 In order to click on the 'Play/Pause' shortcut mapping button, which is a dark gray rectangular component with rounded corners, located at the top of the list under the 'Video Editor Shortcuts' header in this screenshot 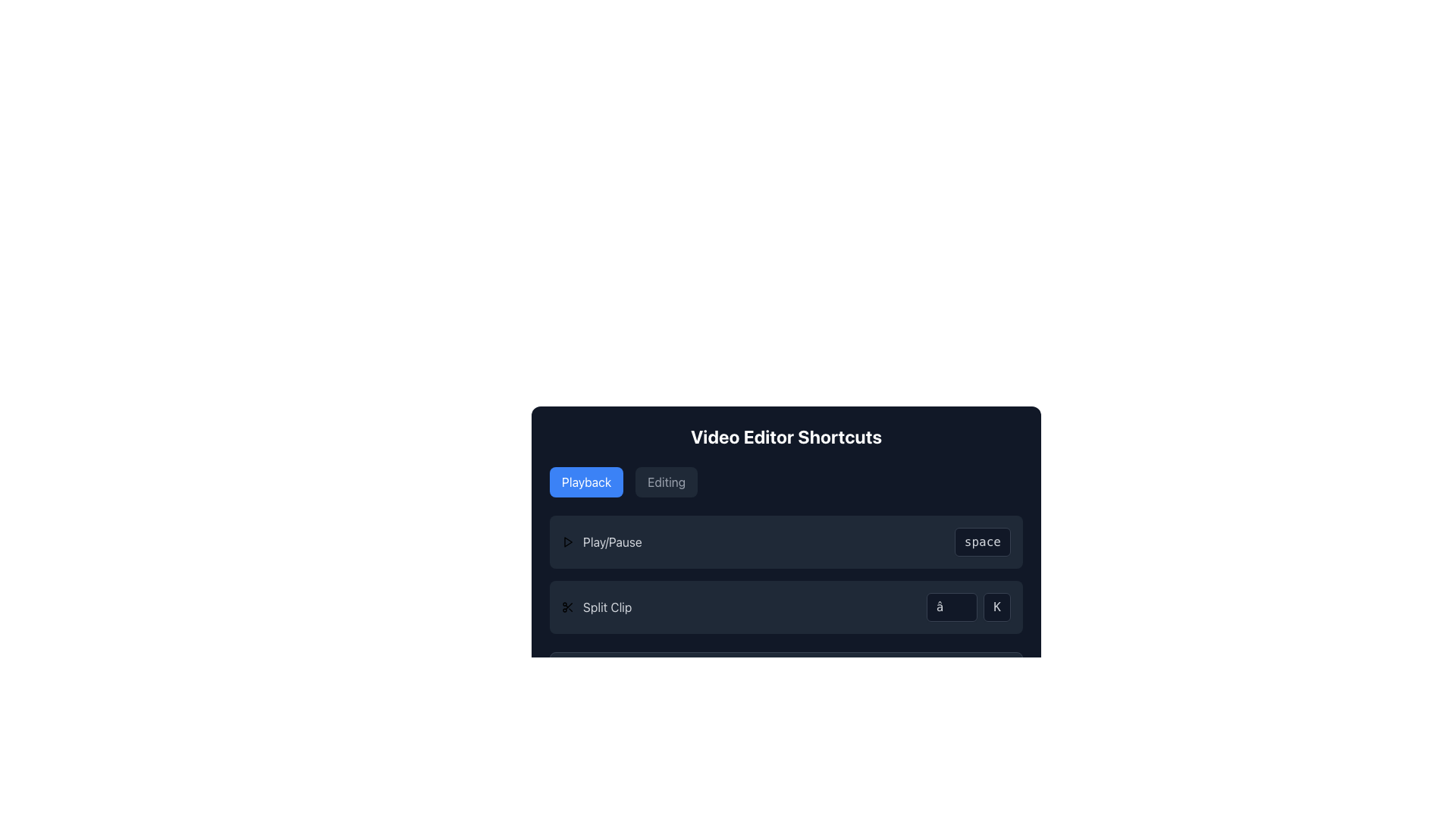, I will do `click(786, 541)`.